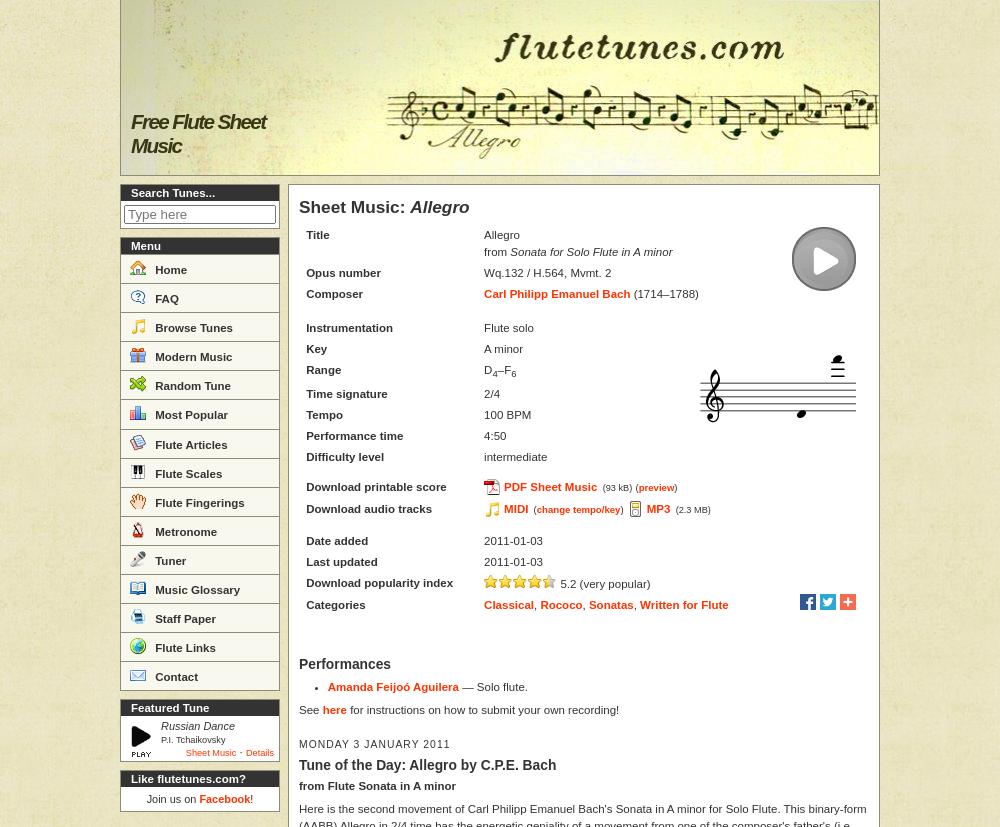 This screenshot has width=1000, height=827. I want to click on 'Instrumentation', so click(348, 327).